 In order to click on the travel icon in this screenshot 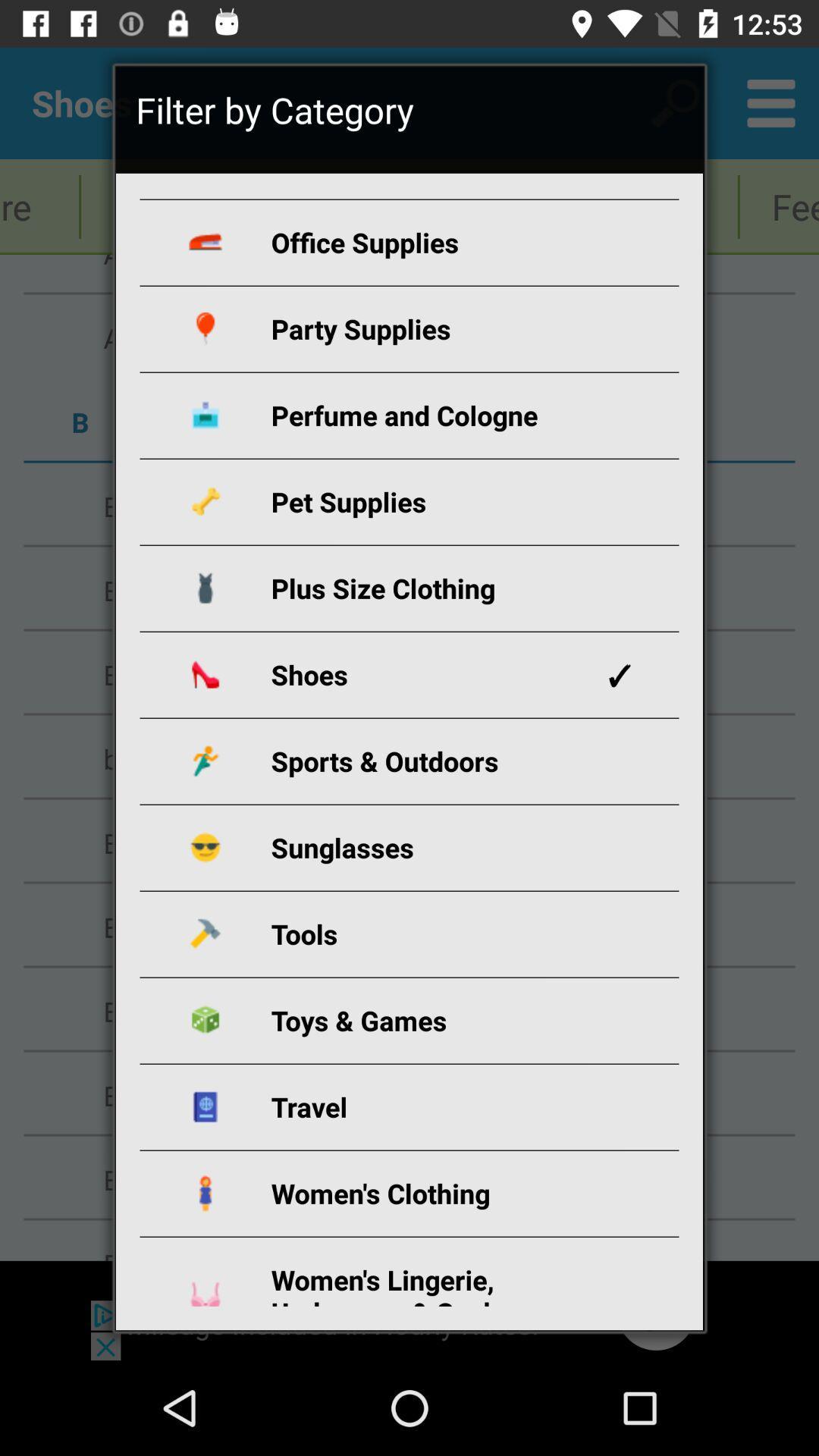, I will do `click(427, 1106)`.